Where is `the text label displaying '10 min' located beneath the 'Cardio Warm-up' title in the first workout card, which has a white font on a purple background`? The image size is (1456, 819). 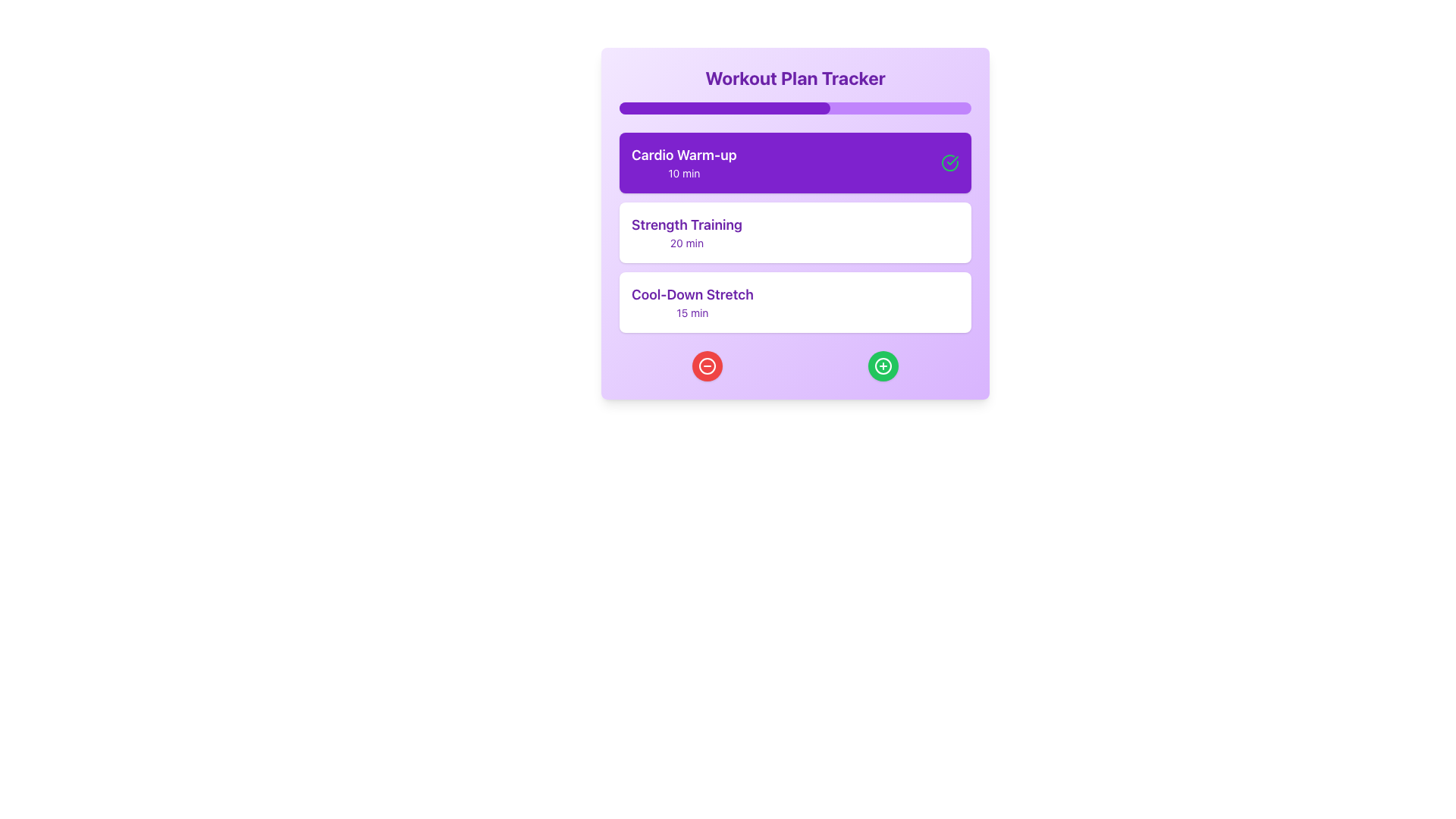 the text label displaying '10 min' located beneath the 'Cardio Warm-up' title in the first workout card, which has a white font on a purple background is located at coordinates (683, 172).